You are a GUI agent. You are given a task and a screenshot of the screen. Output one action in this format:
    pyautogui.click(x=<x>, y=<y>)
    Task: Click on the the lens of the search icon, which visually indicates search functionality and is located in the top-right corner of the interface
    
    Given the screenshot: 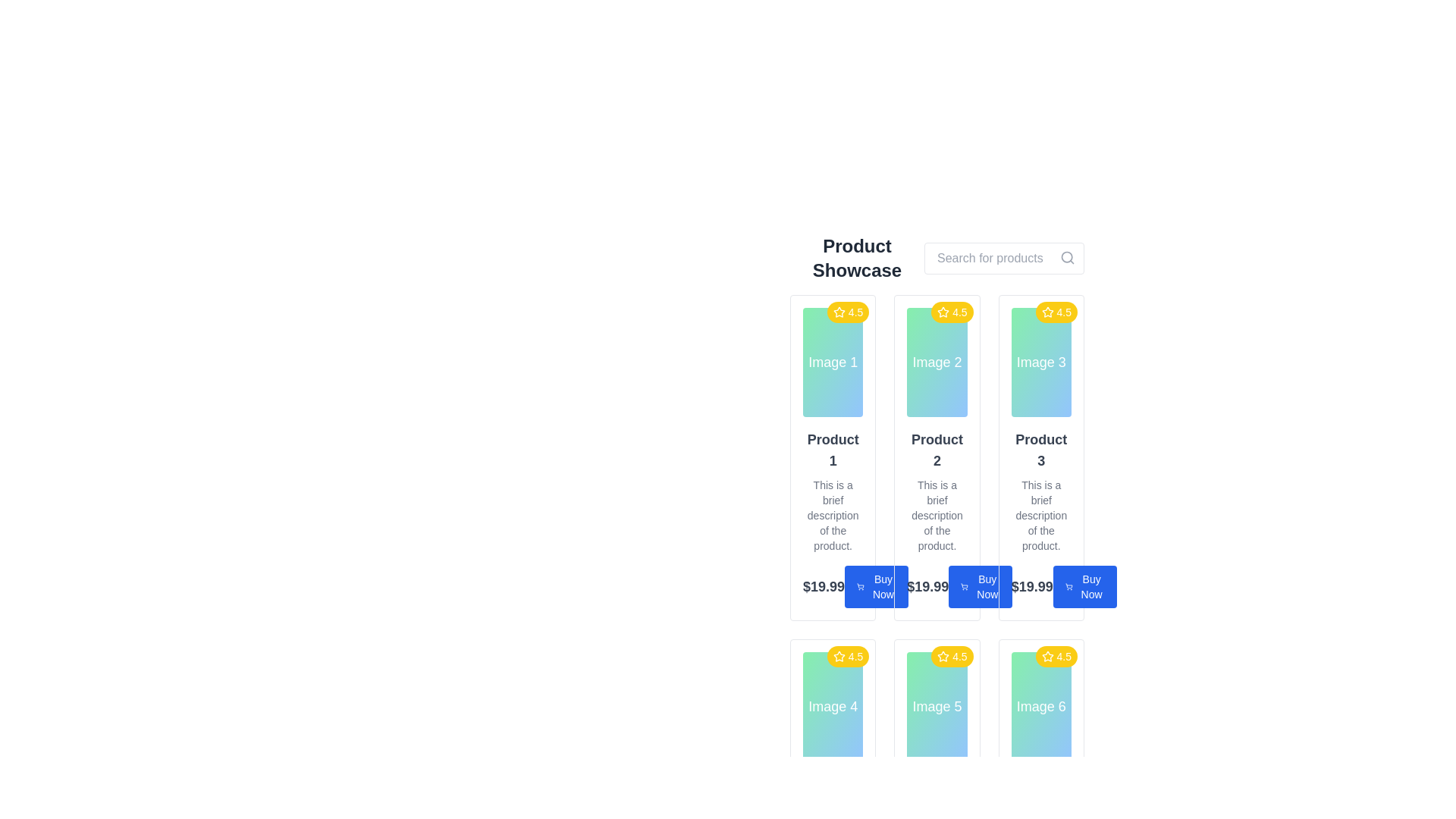 What is the action you would take?
    pyautogui.click(x=1066, y=256)
    